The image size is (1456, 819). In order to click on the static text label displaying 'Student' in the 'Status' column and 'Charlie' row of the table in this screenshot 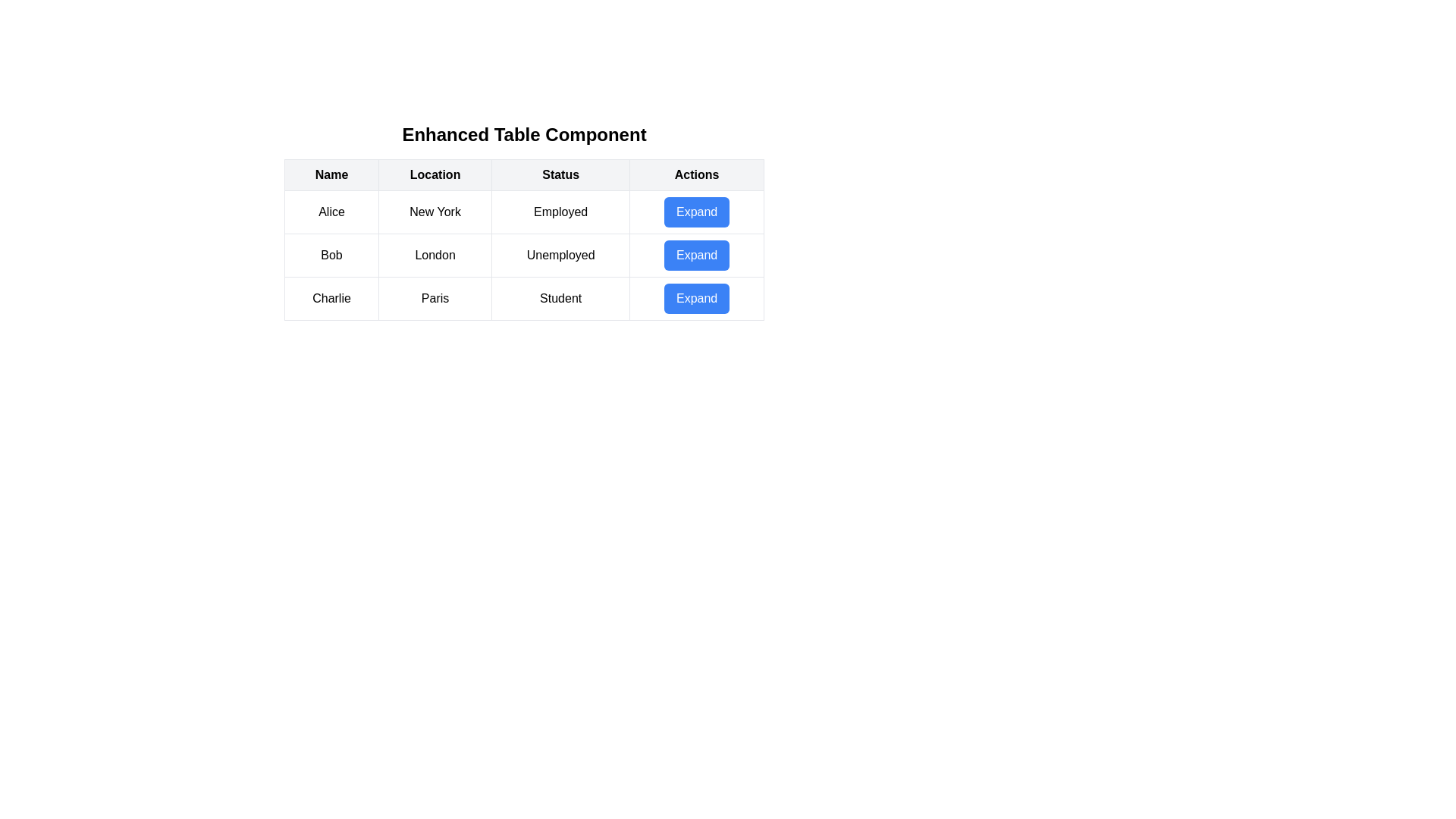, I will do `click(560, 298)`.